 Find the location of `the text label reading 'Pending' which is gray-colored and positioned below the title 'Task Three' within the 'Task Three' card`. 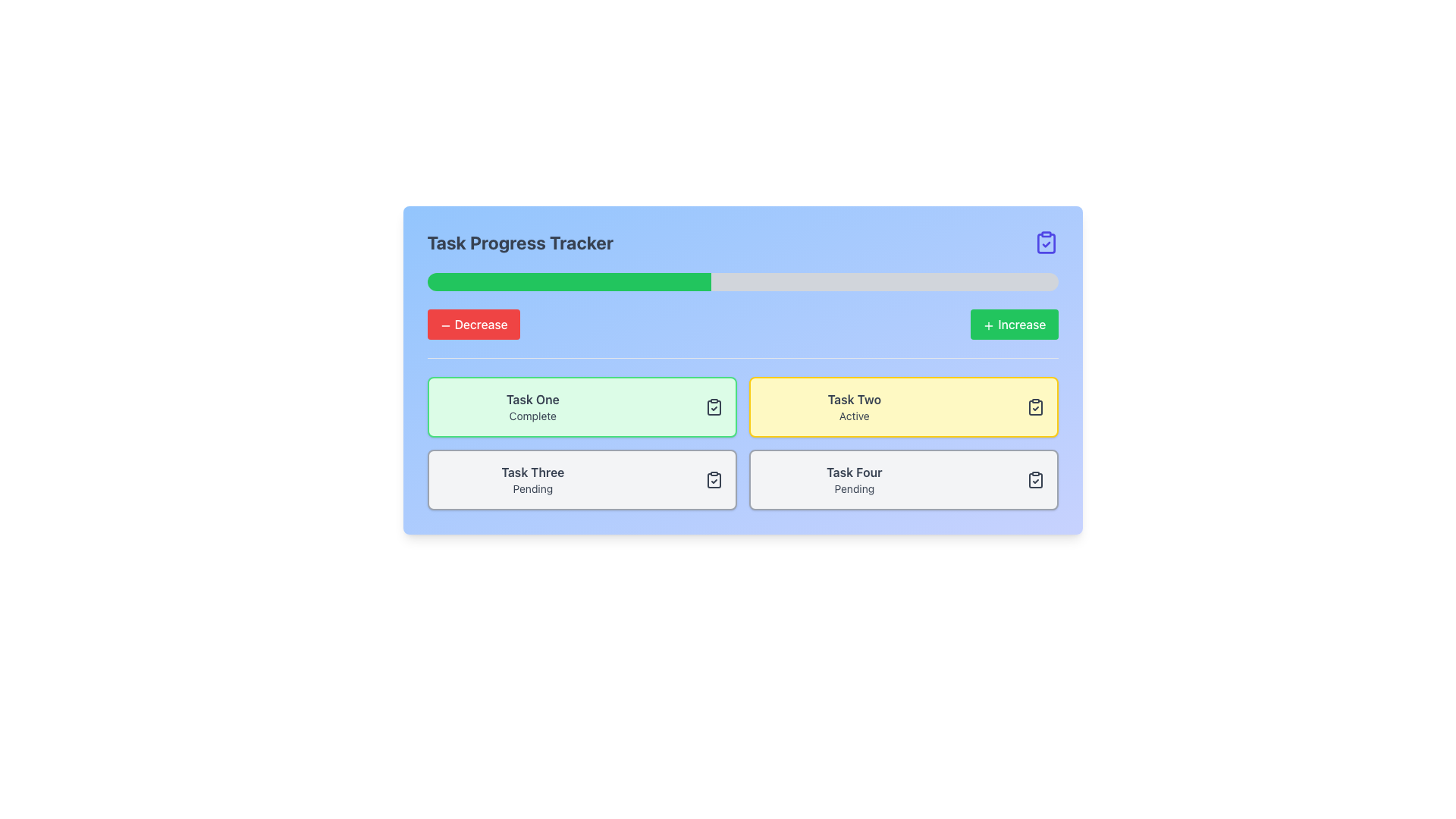

the text label reading 'Pending' which is gray-colored and positioned below the title 'Task Three' within the 'Task Three' card is located at coordinates (532, 488).